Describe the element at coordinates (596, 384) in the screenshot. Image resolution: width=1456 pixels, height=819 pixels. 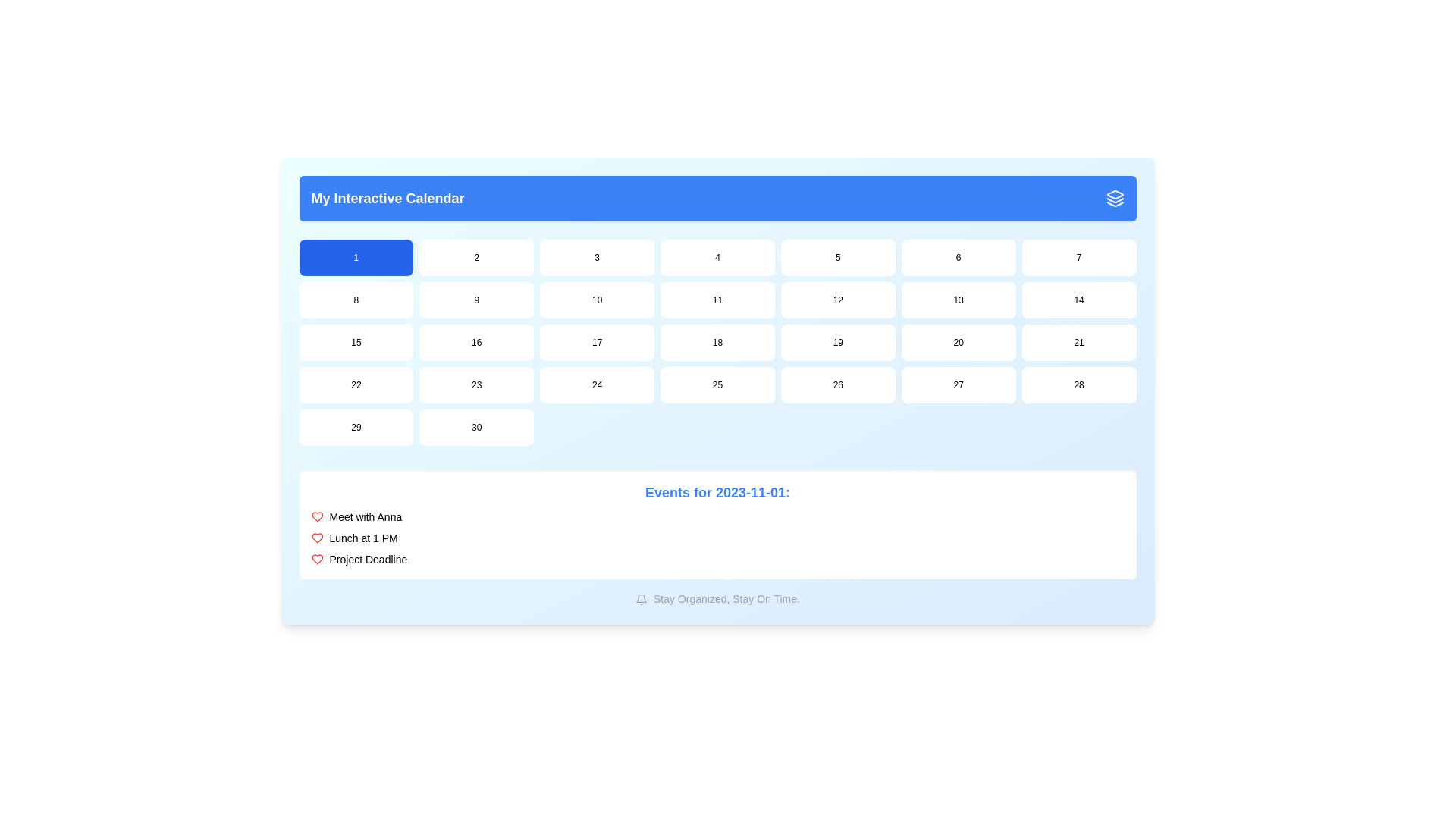
I see `the button labeled '24' in the calendar grid` at that location.